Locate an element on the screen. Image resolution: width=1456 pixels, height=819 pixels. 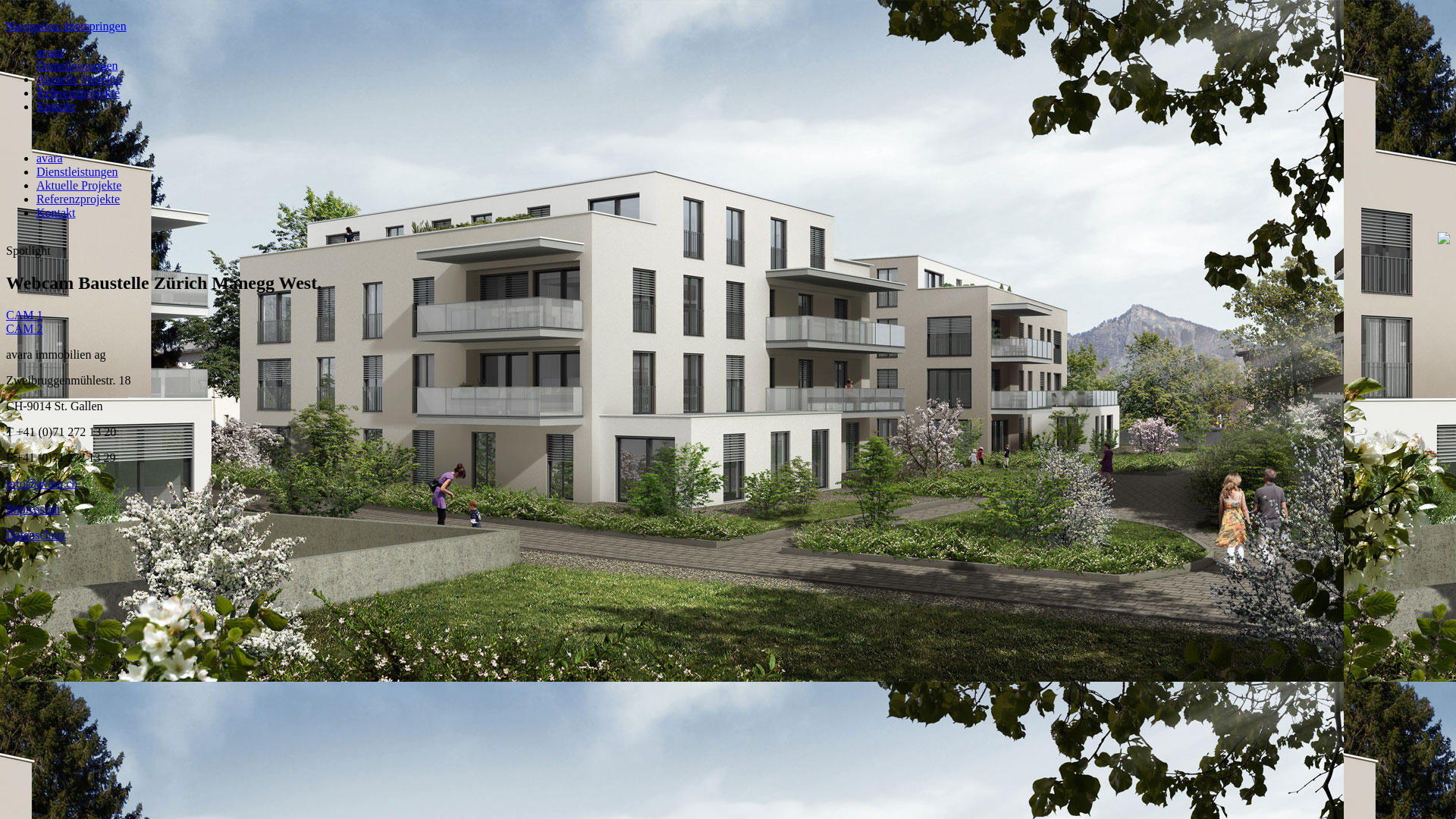
'Dienstleistungen' is located at coordinates (76, 64).